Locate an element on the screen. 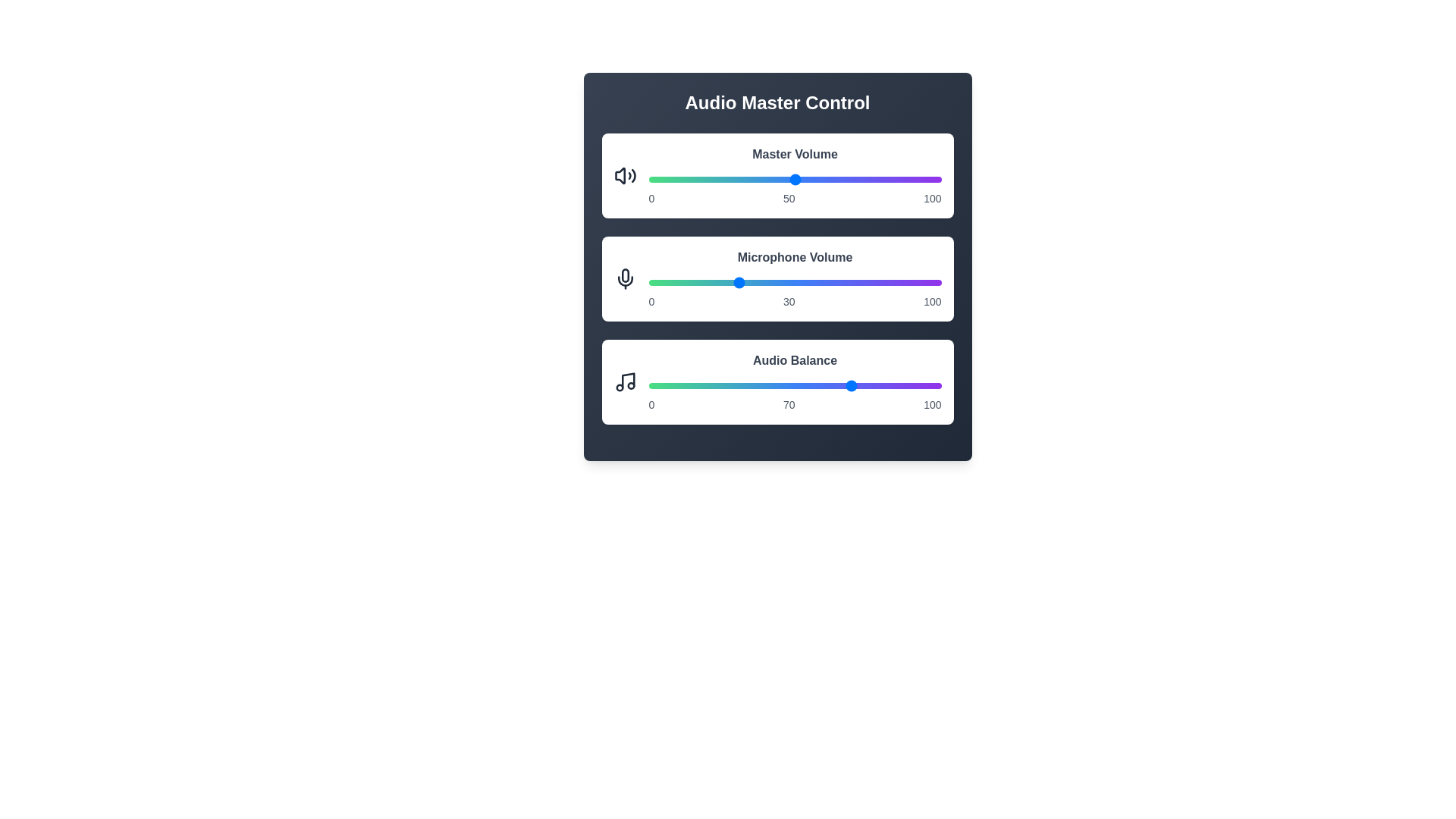  the microphone volume slider to 23% is located at coordinates (715, 283).